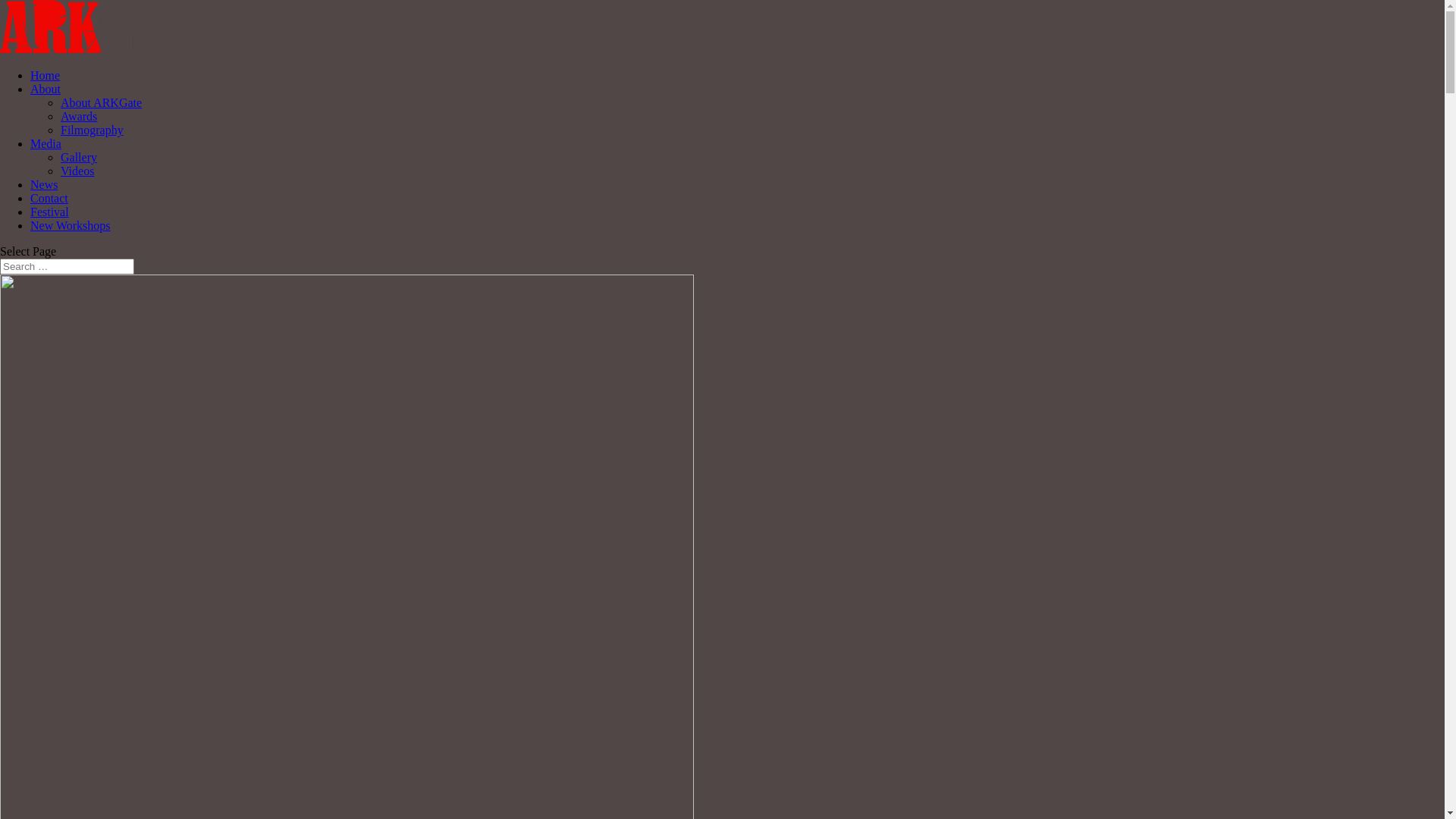 The height and width of the screenshot is (819, 1456). I want to click on 'Filmography', so click(91, 129).